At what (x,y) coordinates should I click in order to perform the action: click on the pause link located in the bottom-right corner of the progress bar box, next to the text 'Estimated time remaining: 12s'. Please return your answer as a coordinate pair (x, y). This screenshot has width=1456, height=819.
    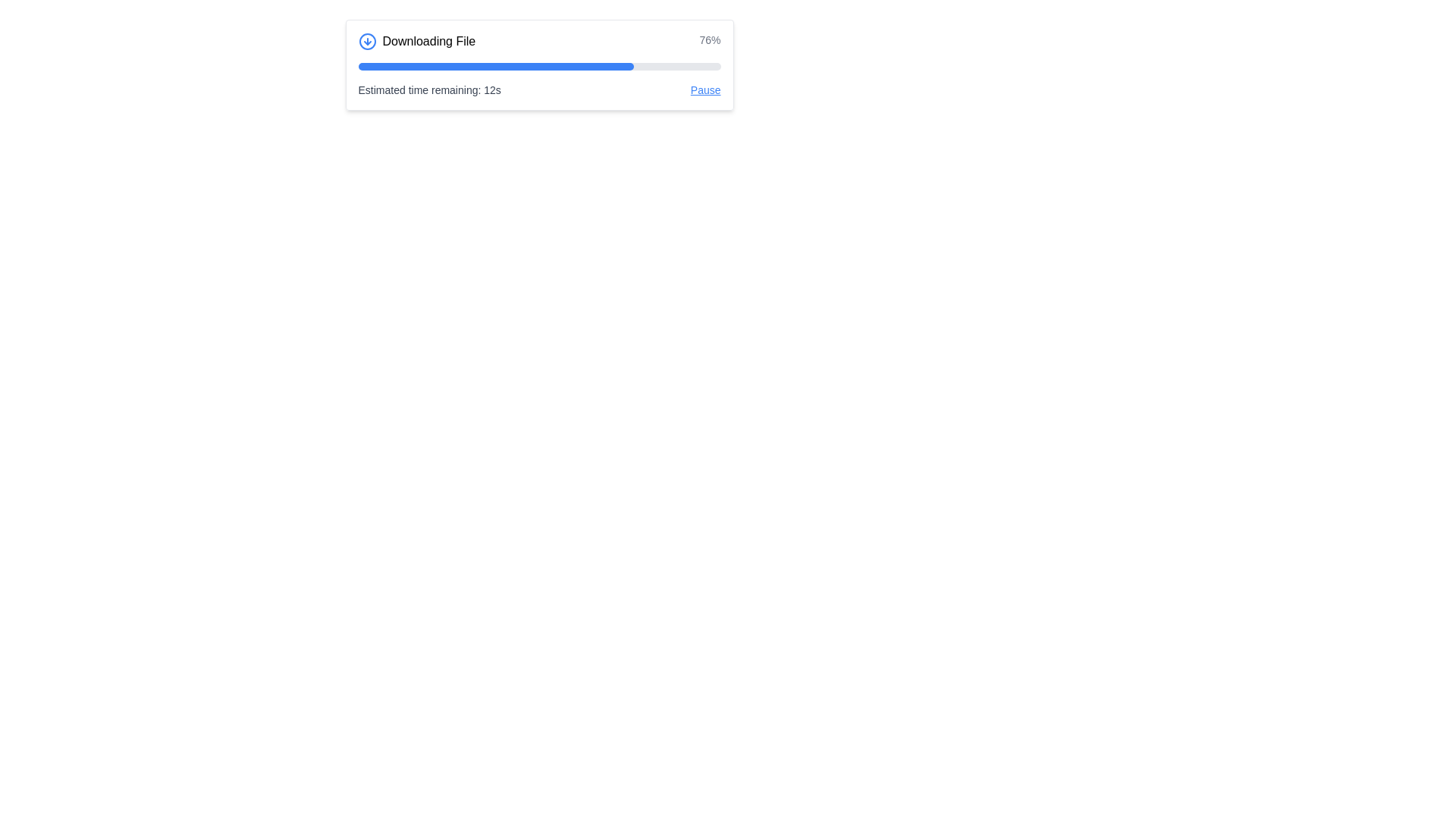
    Looking at the image, I should click on (704, 90).